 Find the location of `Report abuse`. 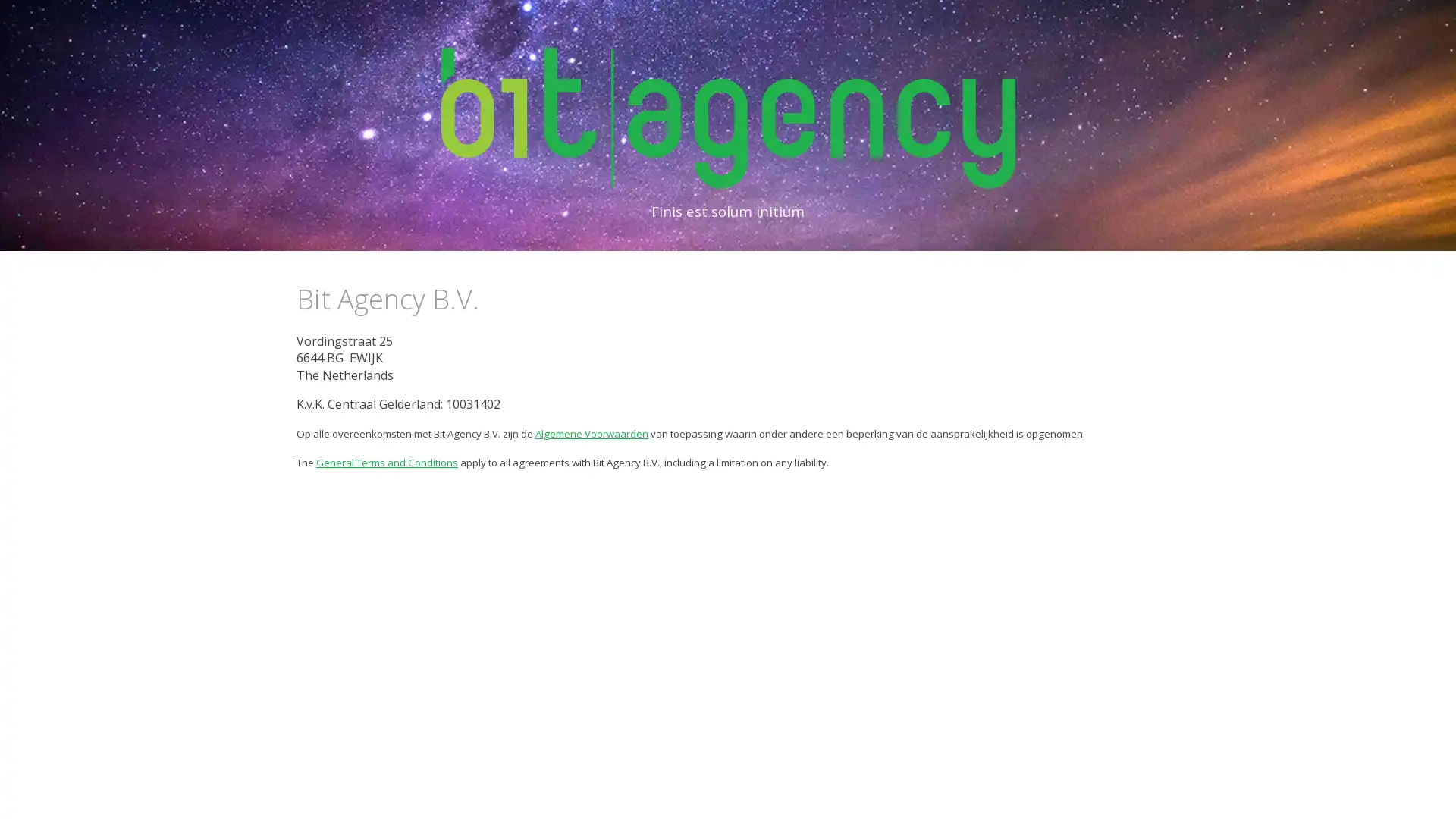

Report abuse is located at coordinates (118, 792).